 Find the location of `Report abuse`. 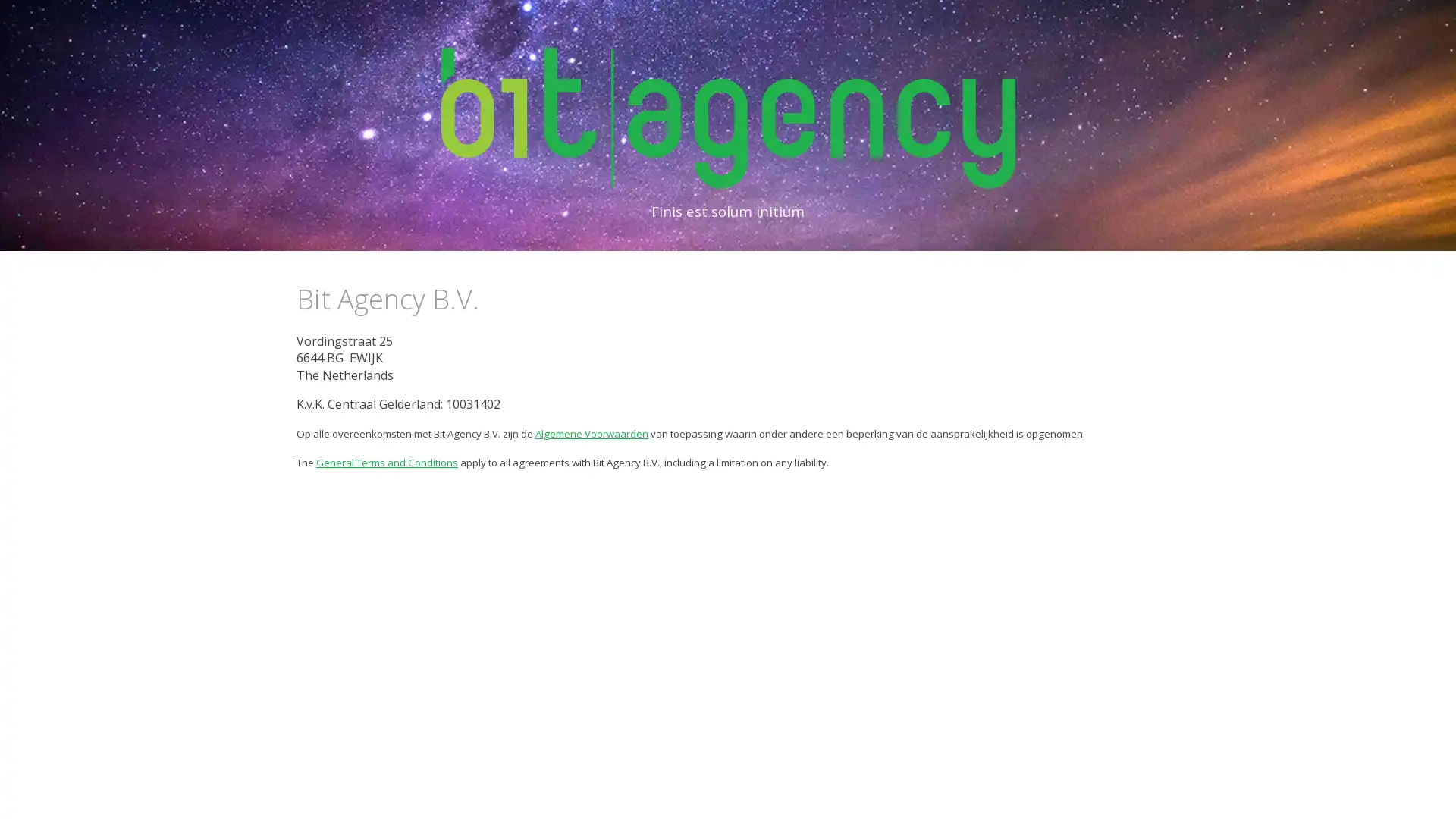

Report abuse is located at coordinates (118, 792).